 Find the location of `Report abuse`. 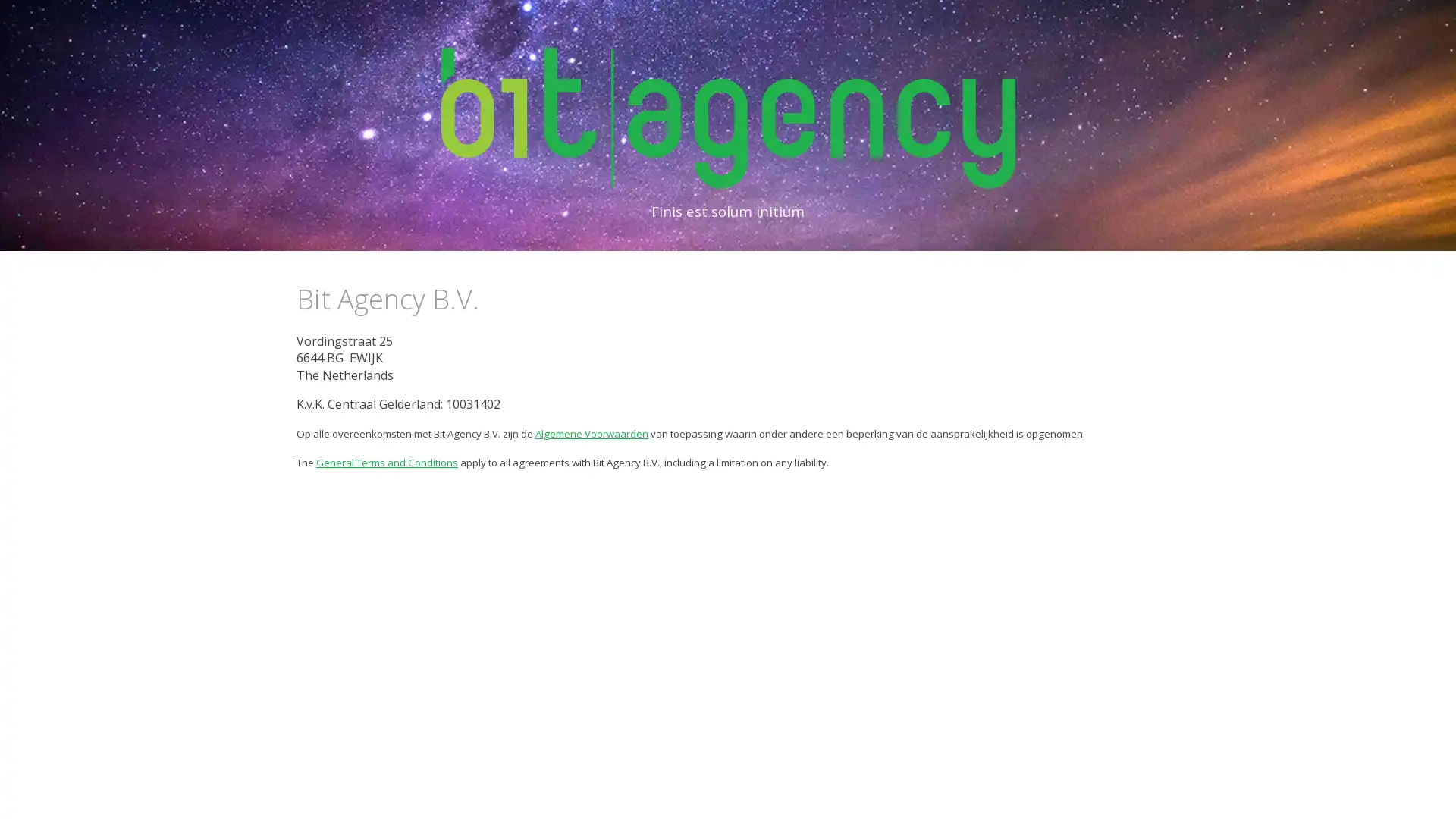

Report abuse is located at coordinates (118, 792).